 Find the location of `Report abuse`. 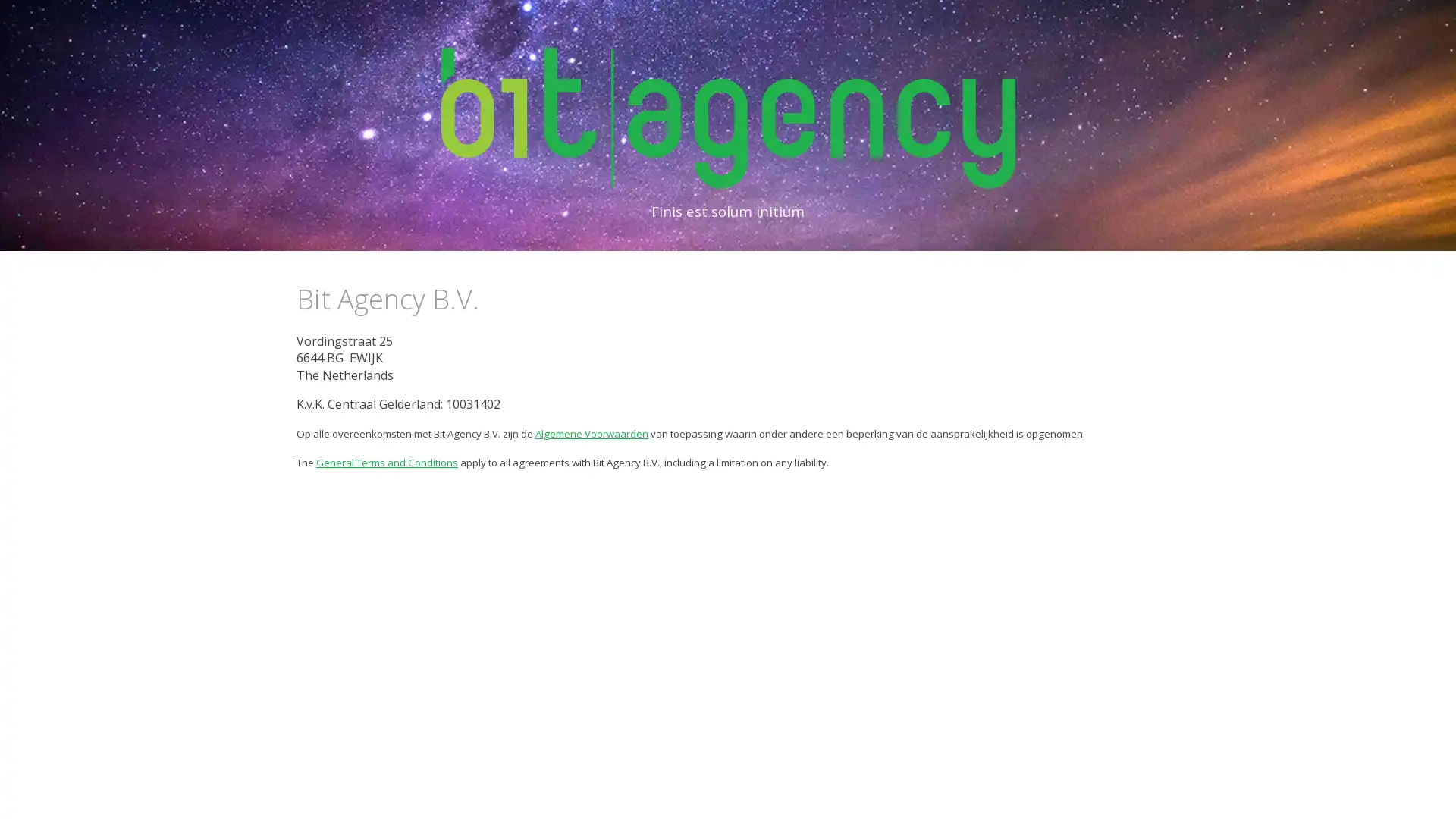

Report abuse is located at coordinates (118, 792).